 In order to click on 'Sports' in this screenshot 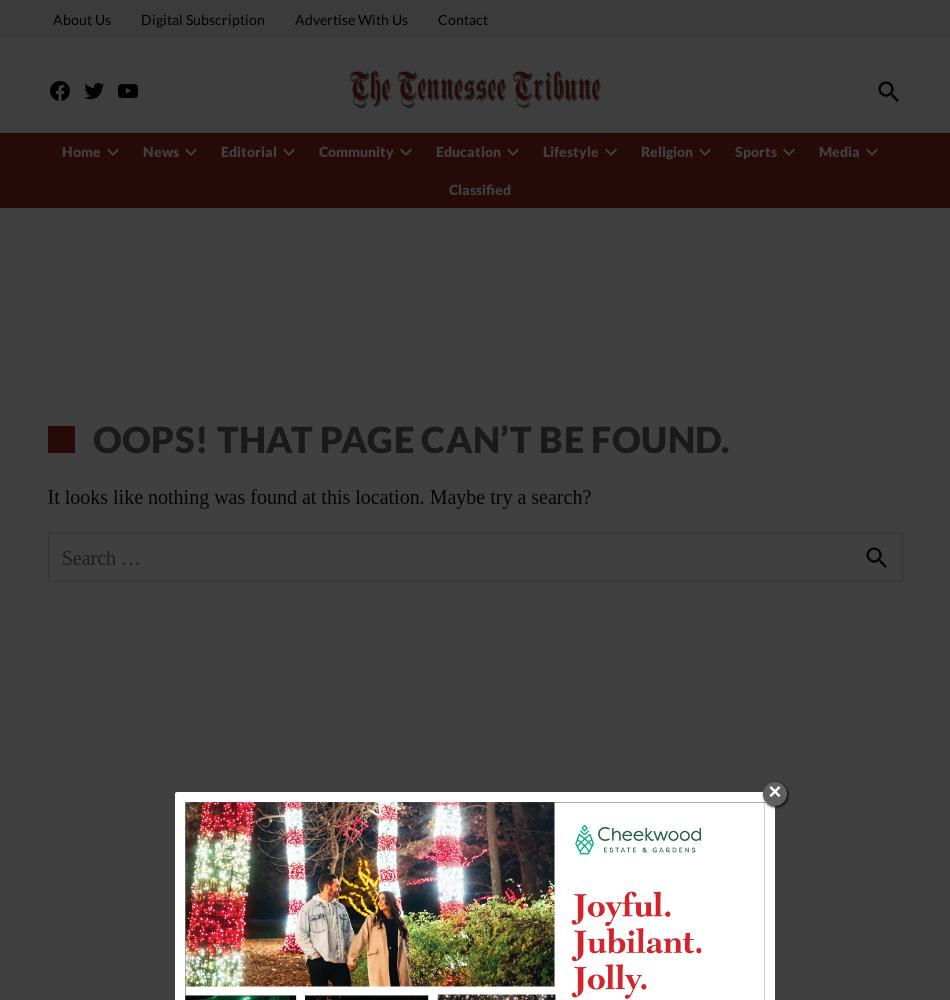, I will do `click(753, 151)`.